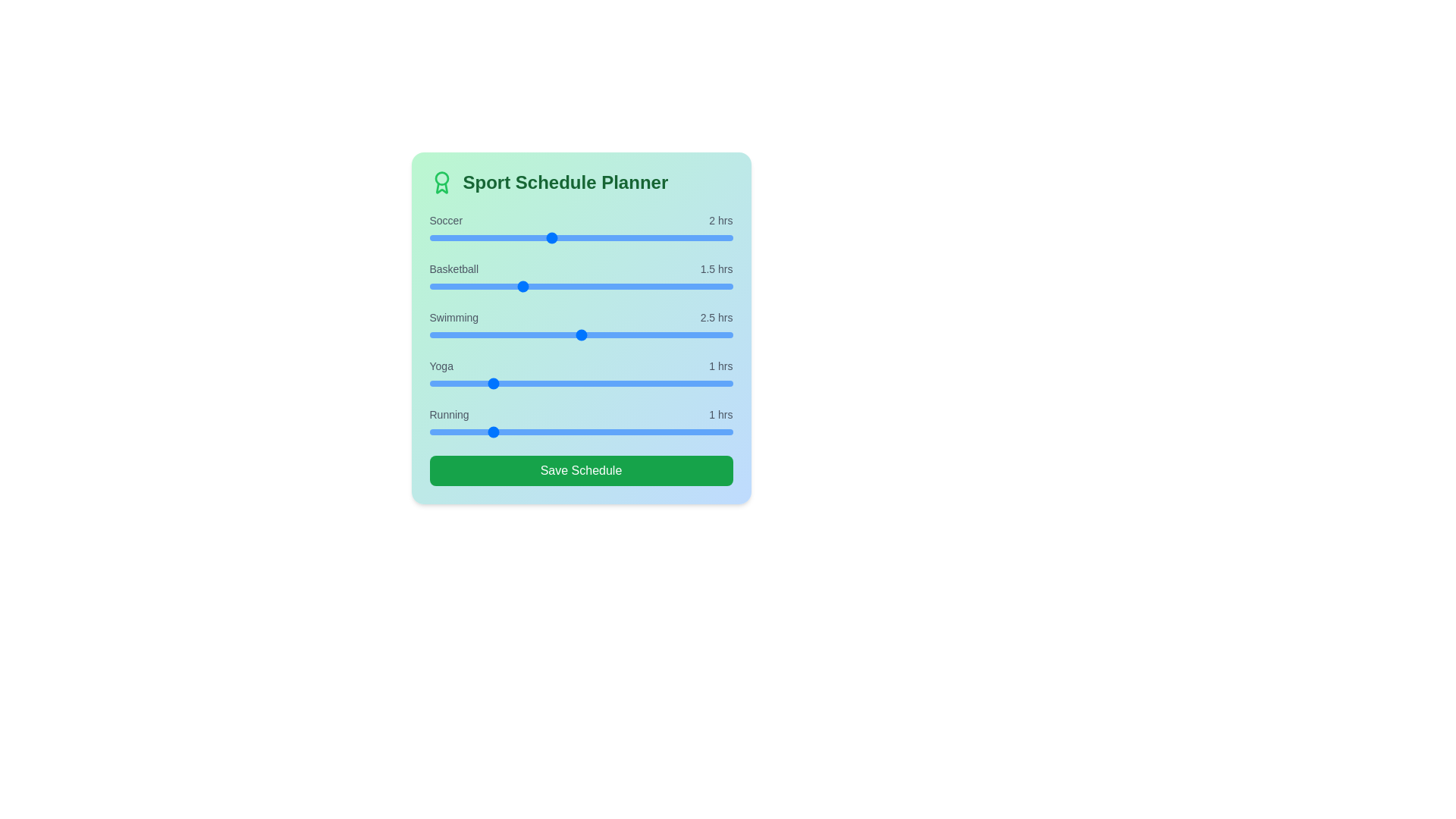 This screenshot has width=1456, height=819. I want to click on the Swimming slider to allocate 0 hours, so click(428, 334).